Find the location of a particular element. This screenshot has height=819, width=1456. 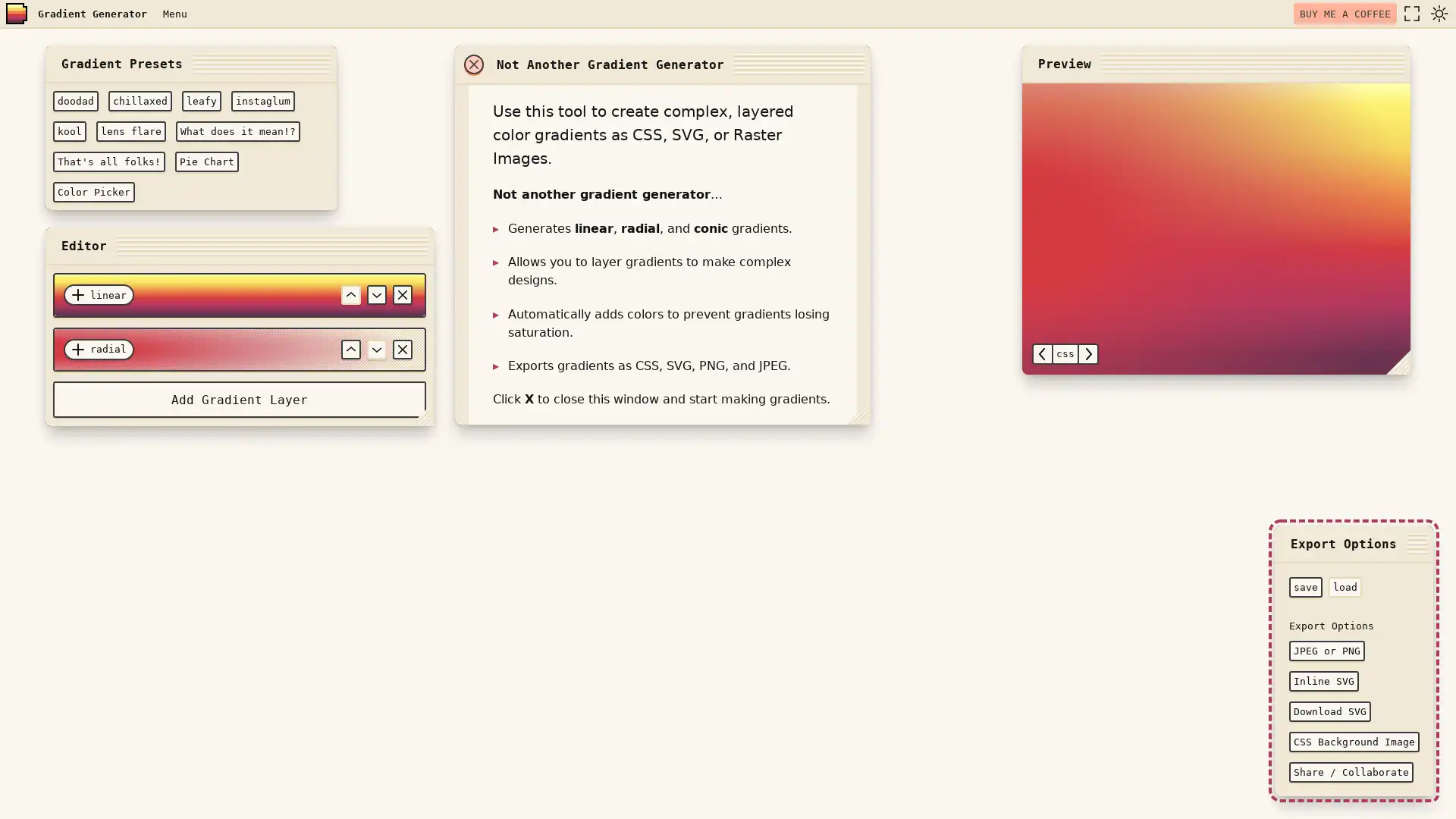

Color Picker is located at coordinates (93, 190).